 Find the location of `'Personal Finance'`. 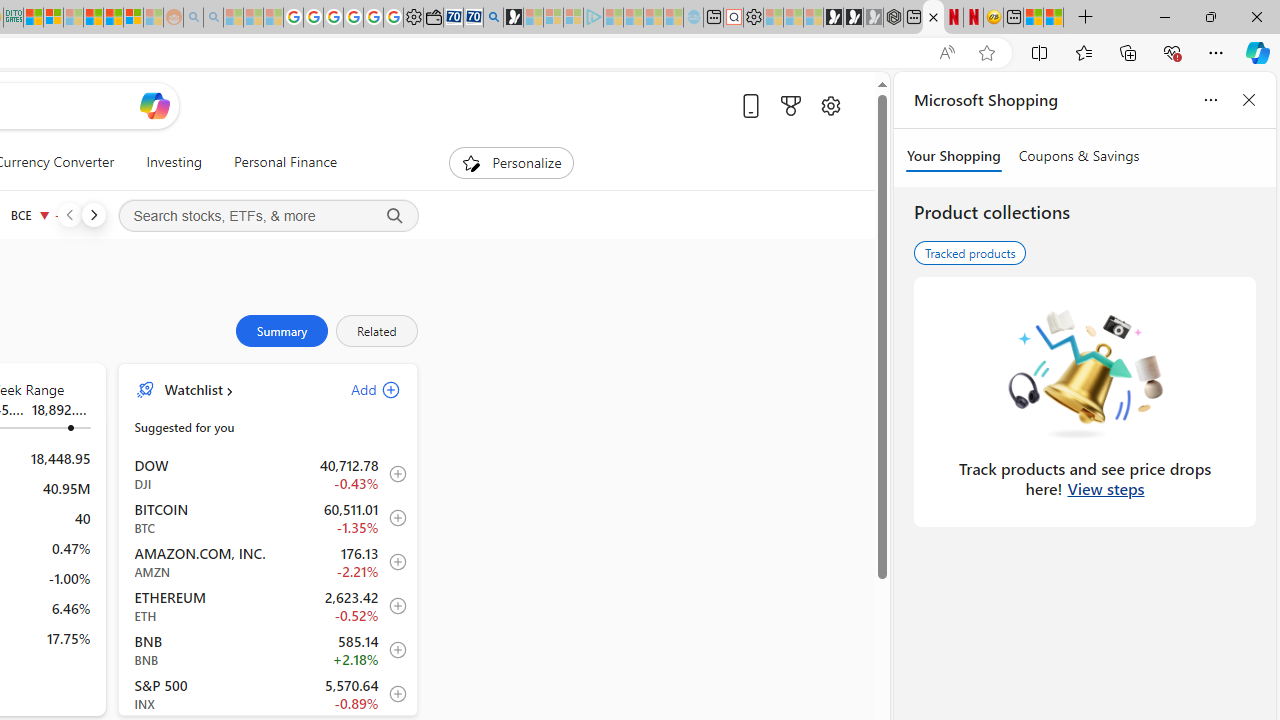

'Personal Finance' is located at coordinates (276, 162).